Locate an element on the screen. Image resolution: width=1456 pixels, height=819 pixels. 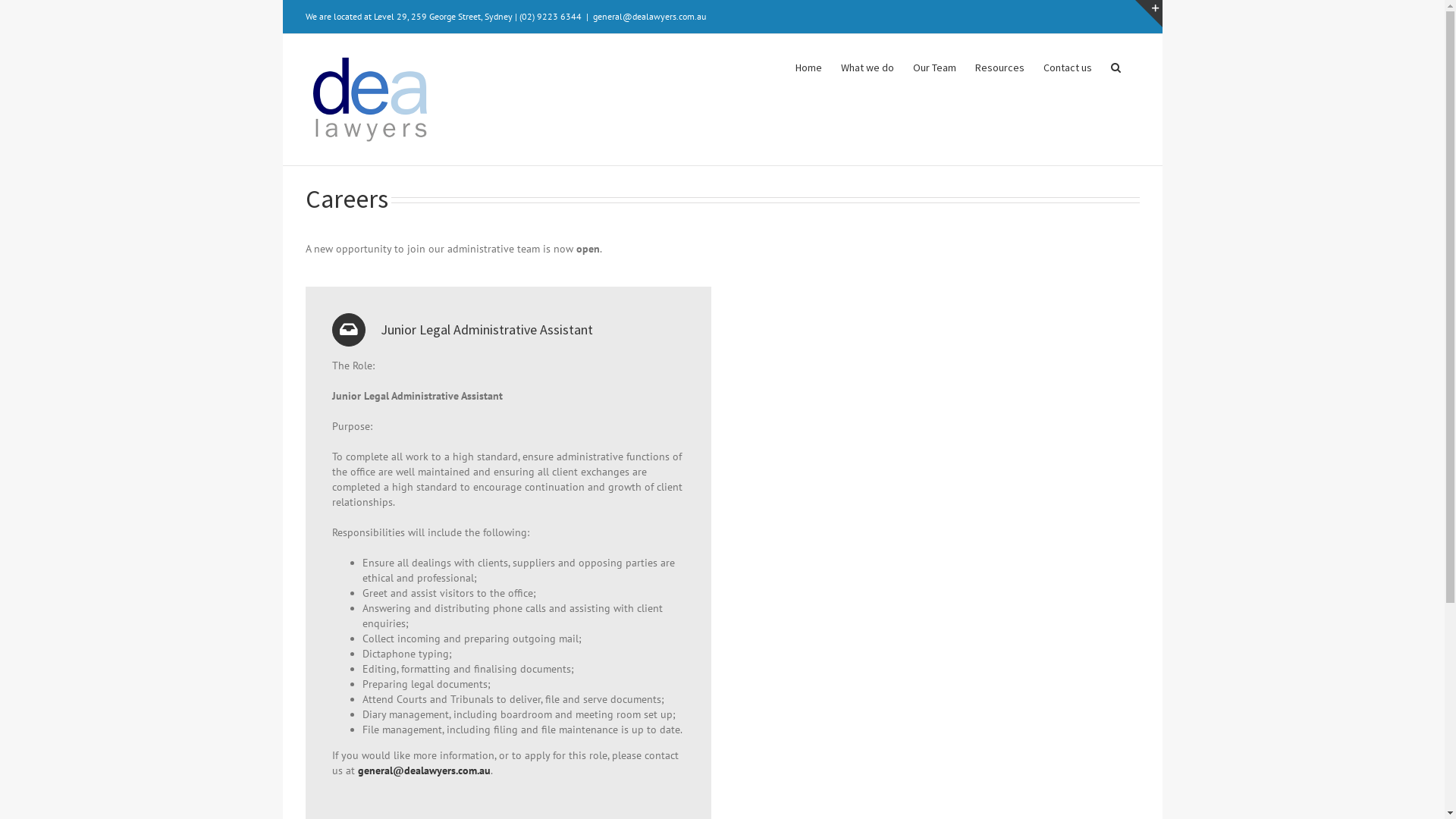
'Our Team' is located at coordinates (934, 65).